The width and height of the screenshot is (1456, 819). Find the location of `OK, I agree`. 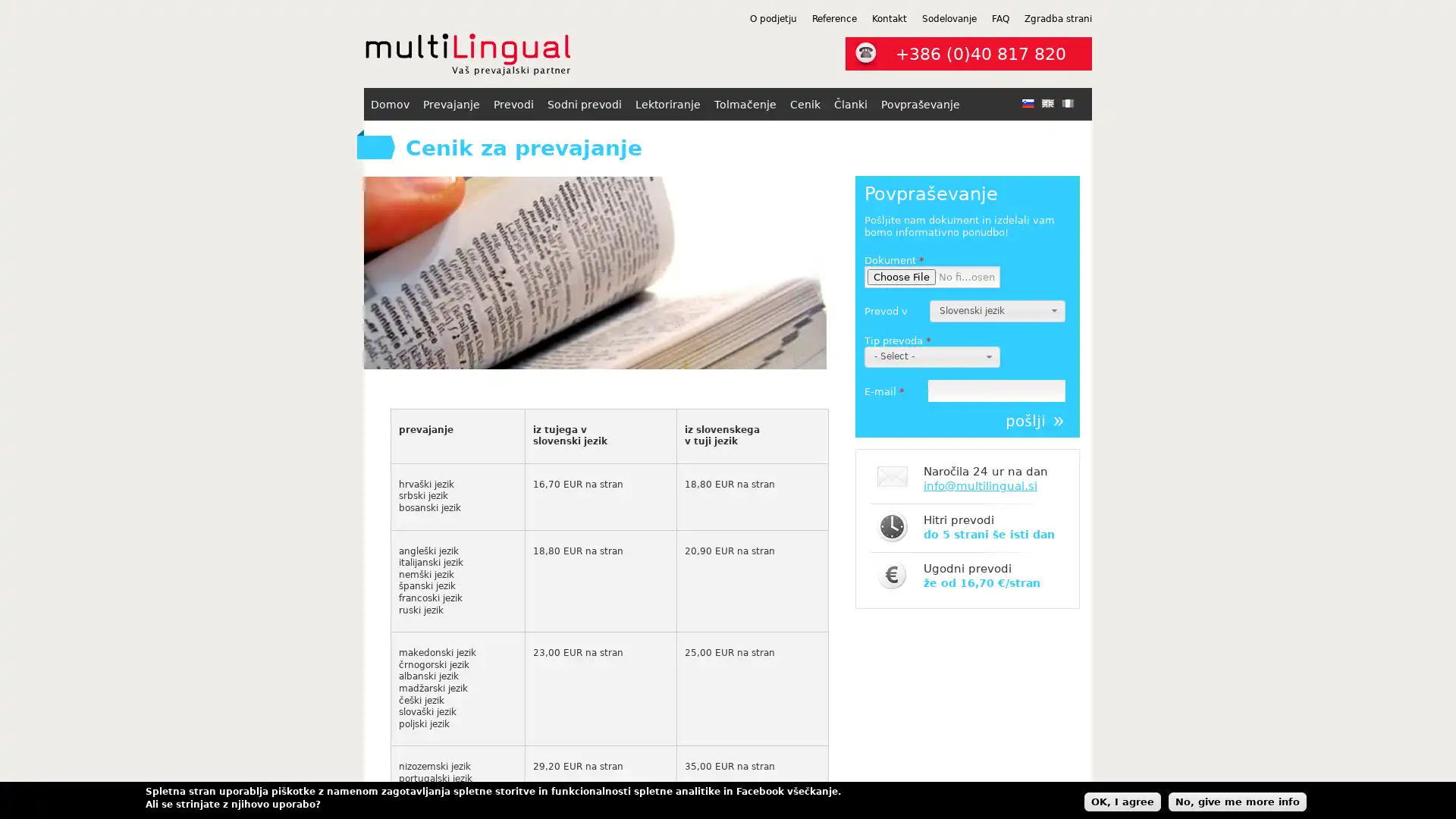

OK, I agree is located at coordinates (1122, 800).